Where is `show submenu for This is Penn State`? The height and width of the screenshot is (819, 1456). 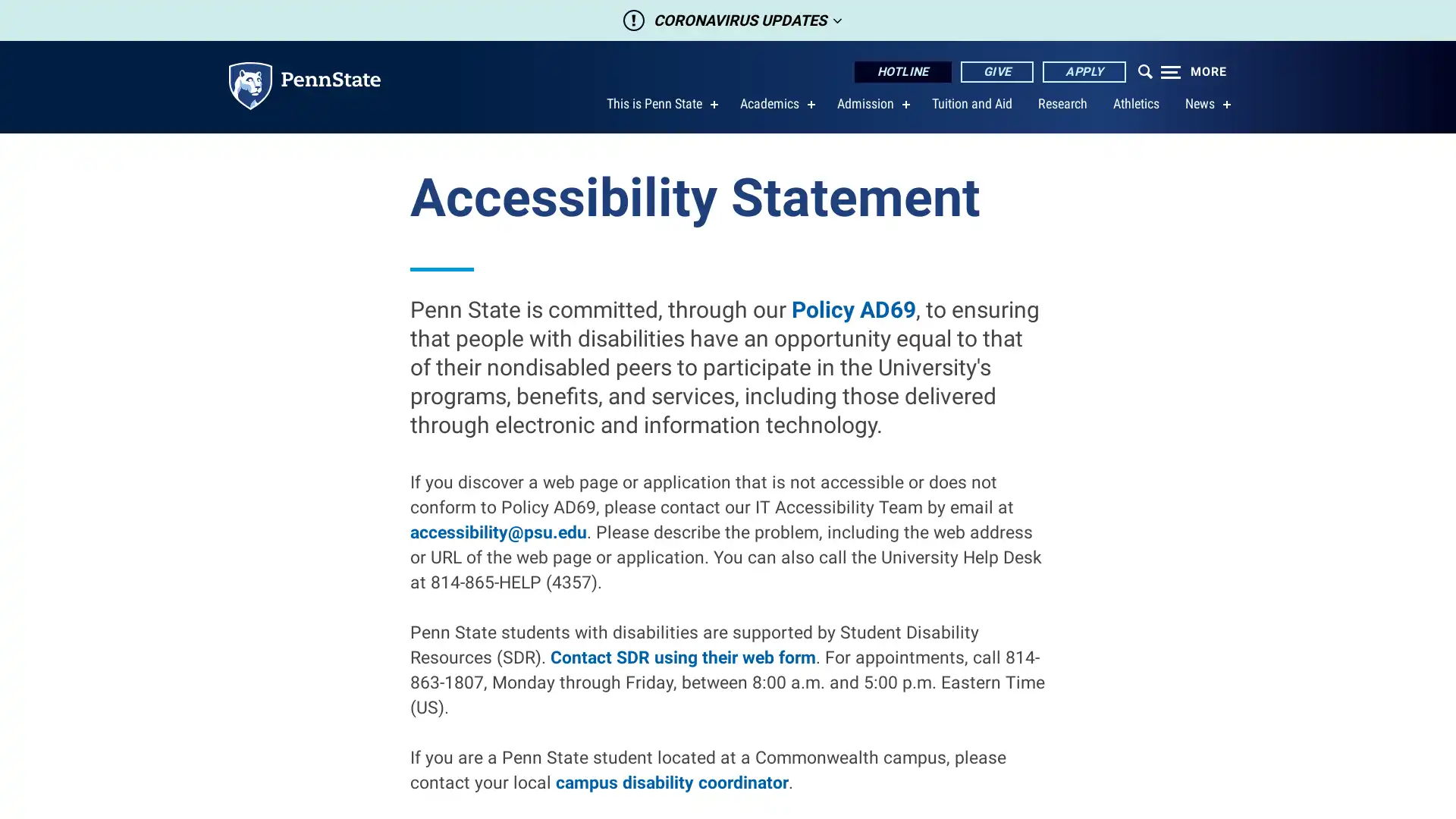 show submenu for This is Penn State is located at coordinates (708, 104).